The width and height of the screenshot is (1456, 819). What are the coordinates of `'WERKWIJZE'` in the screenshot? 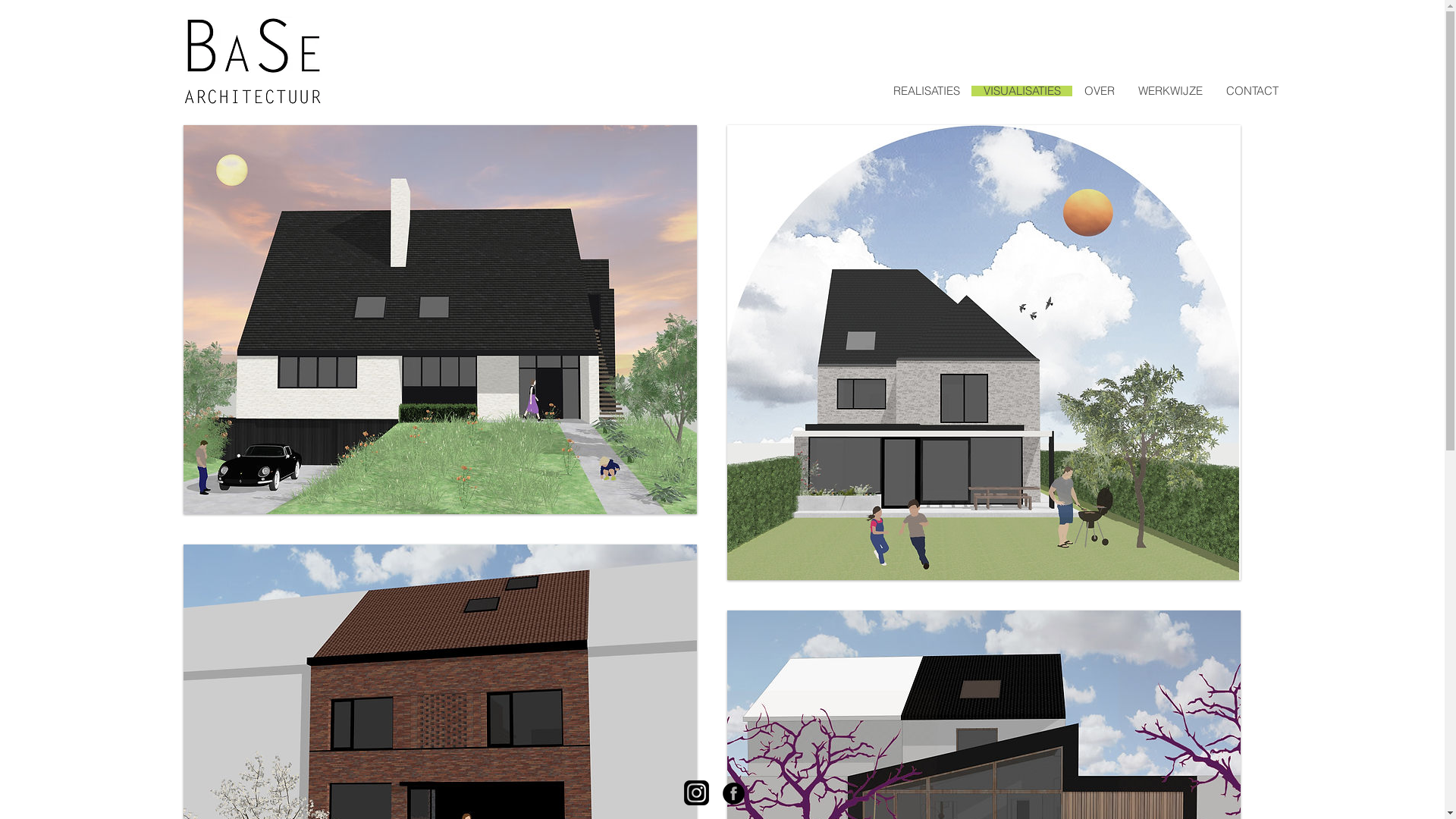 It's located at (1168, 90).